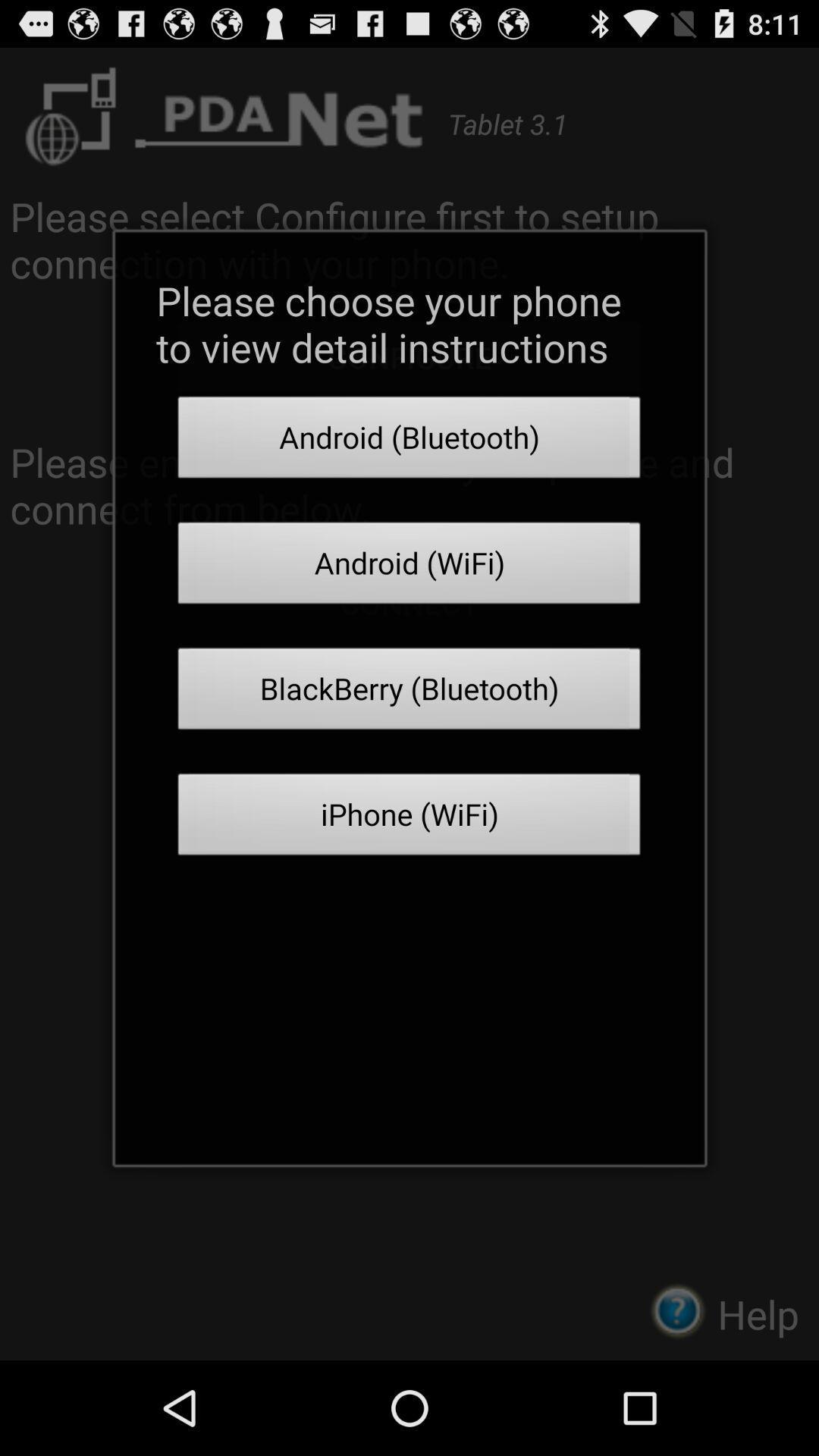 The width and height of the screenshot is (819, 1456). Describe the element at coordinates (409, 692) in the screenshot. I see `the item above the iphone (wifi) button` at that location.